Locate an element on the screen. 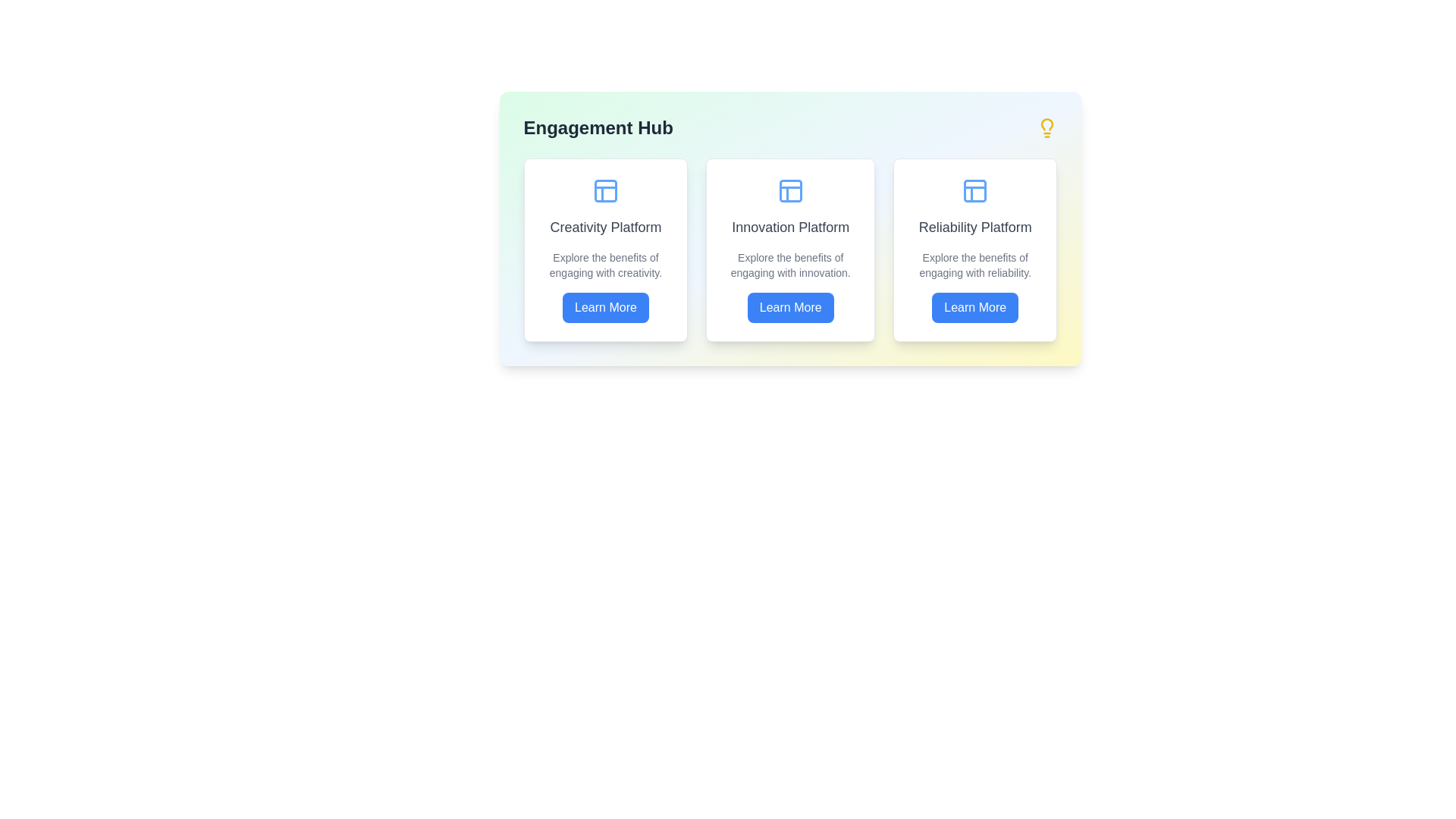 The image size is (1456, 819). the decorative icon associated with the 'Creativity Platform' card, positioned at the top center of the card, above the text and button elements is located at coordinates (604, 190).